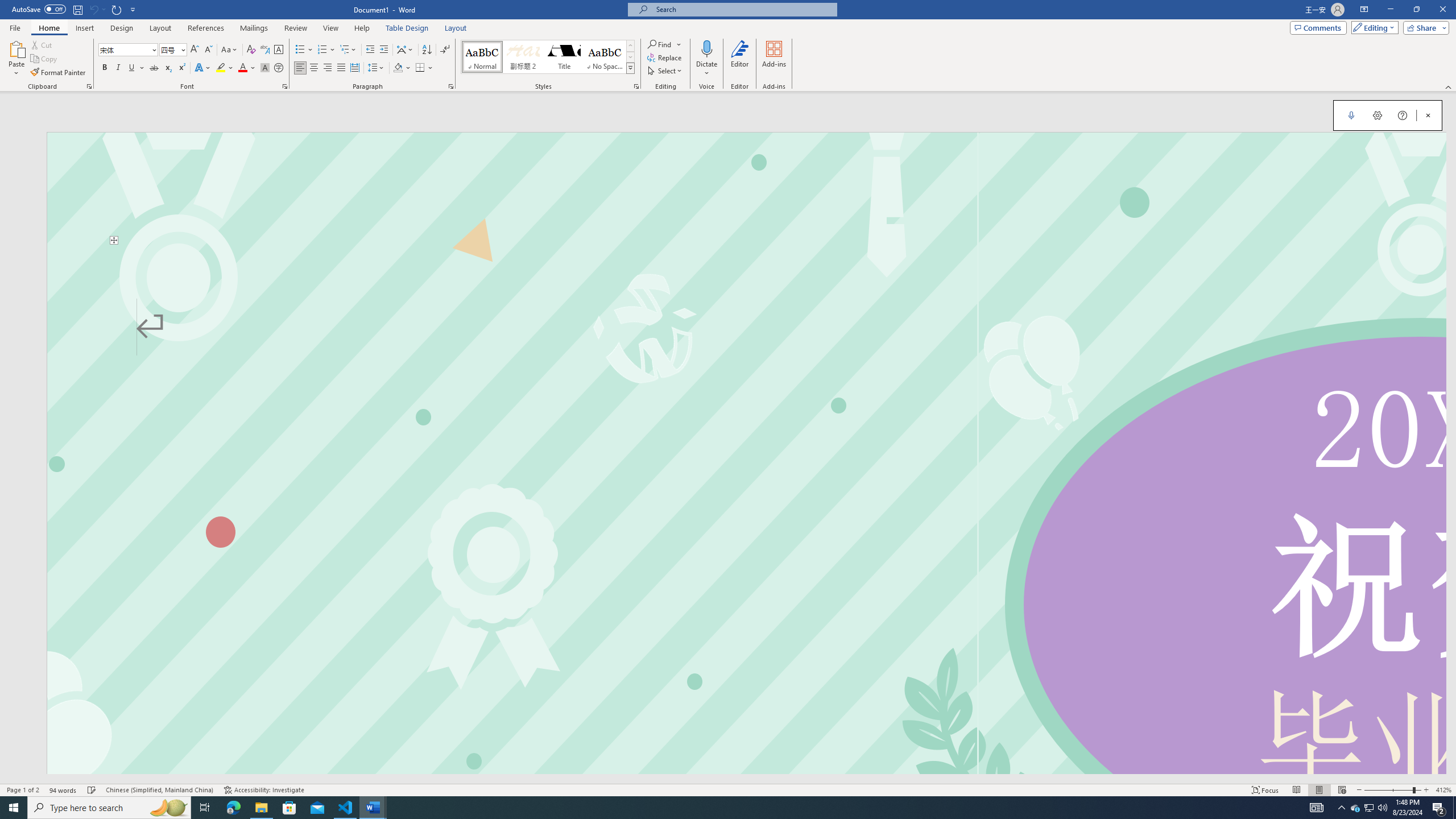 Image resolution: width=1456 pixels, height=819 pixels. Describe the element at coordinates (564, 56) in the screenshot. I see `'Title'` at that location.